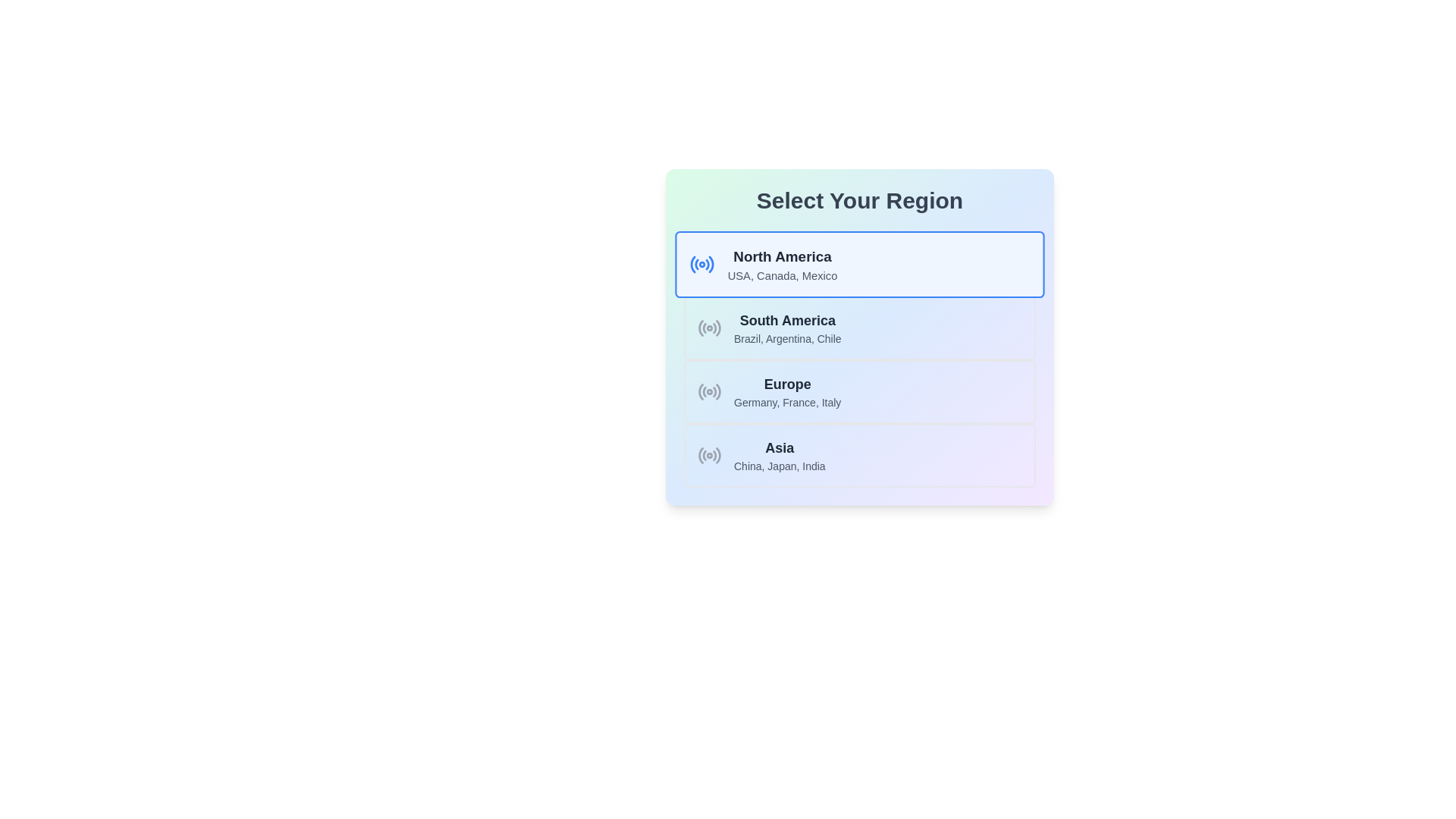 Image resolution: width=1456 pixels, height=819 pixels. What do you see at coordinates (780, 465) in the screenshot?
I see `the static text label reading 'China, Japan, India', which is styled in a smaller font and colored in a lighter gray tone, located below the heading 'Asia'` at bounding box center [780, 465].